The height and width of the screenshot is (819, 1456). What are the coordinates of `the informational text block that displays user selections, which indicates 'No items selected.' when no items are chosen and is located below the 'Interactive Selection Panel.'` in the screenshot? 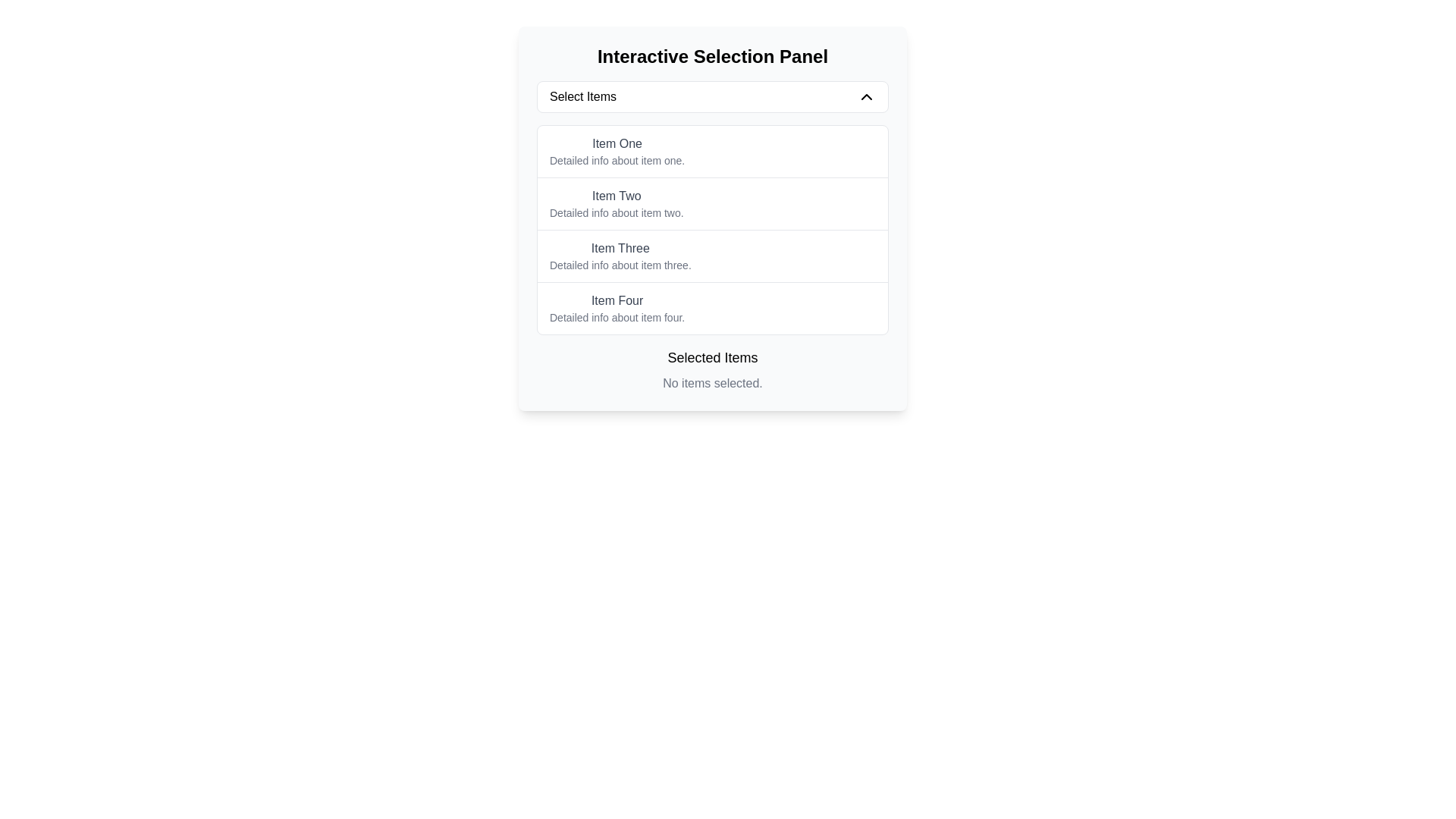 It's located at (712, 370).